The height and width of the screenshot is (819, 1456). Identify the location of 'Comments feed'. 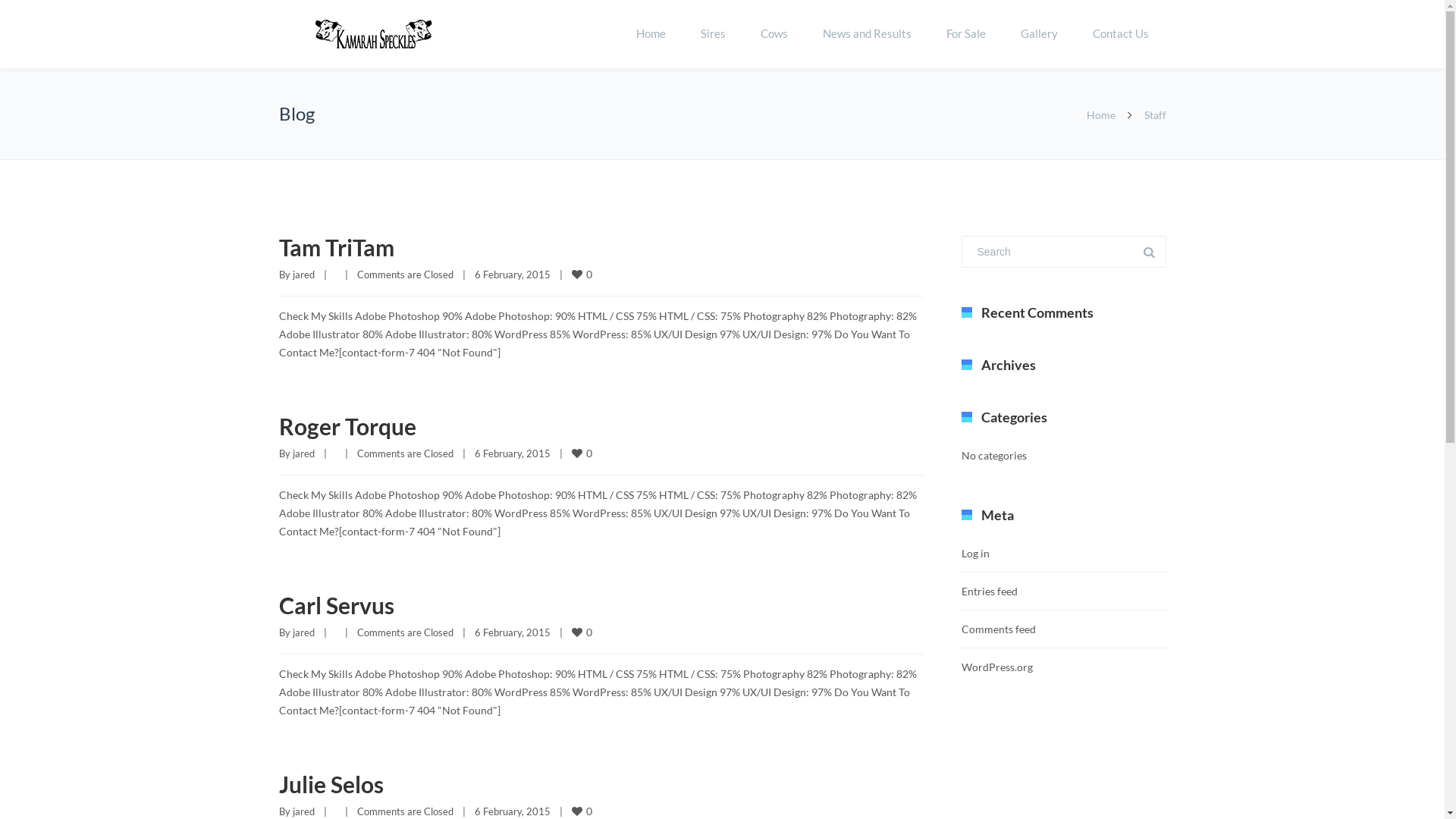
(998, 629).